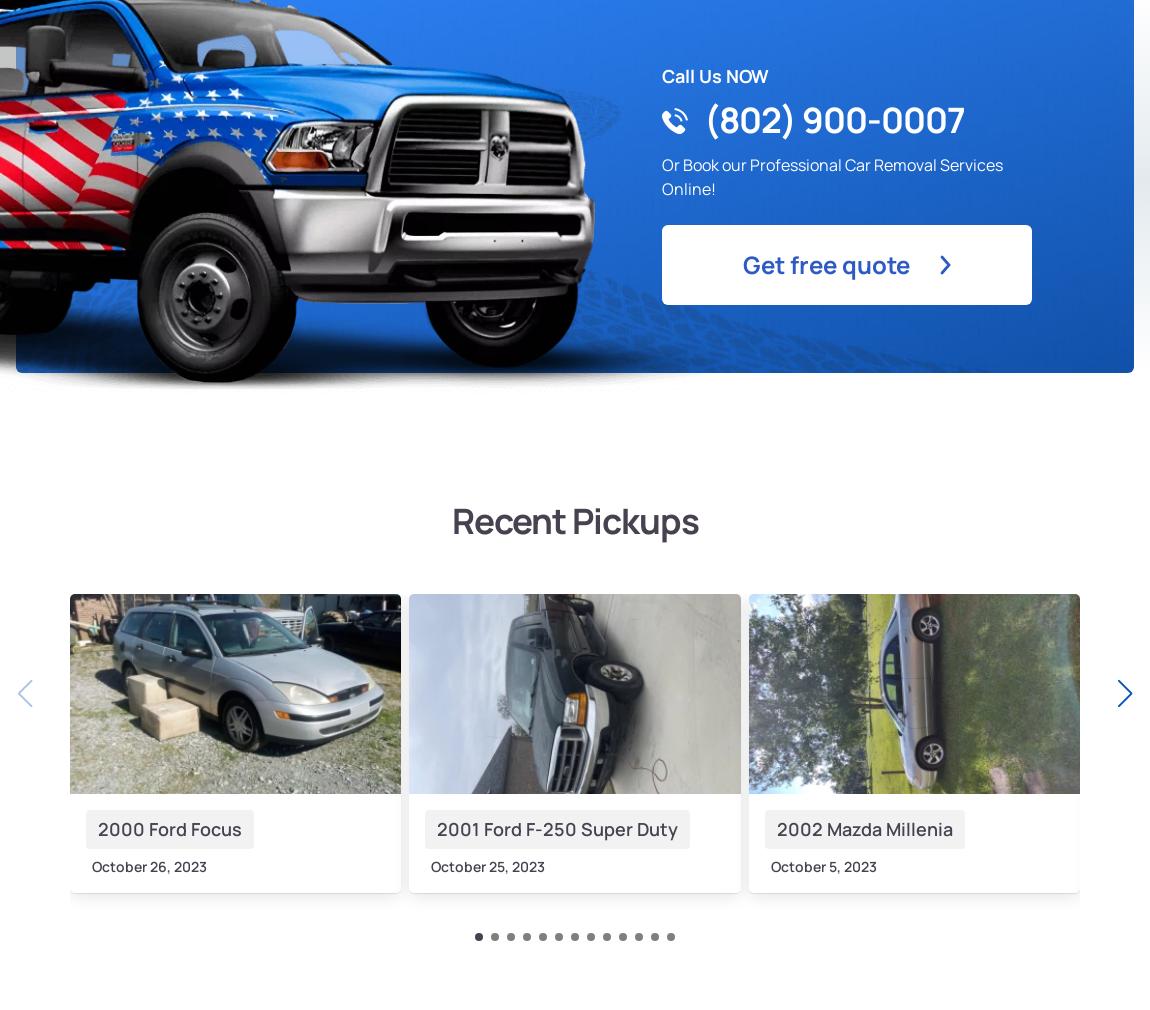 The image size is (1150, 1010). What do you see at coordinates (831, 175) in the screenshot?
I see `'Or Book our Professional Car Removal Services Online!'` at bounding box center [831, 175].